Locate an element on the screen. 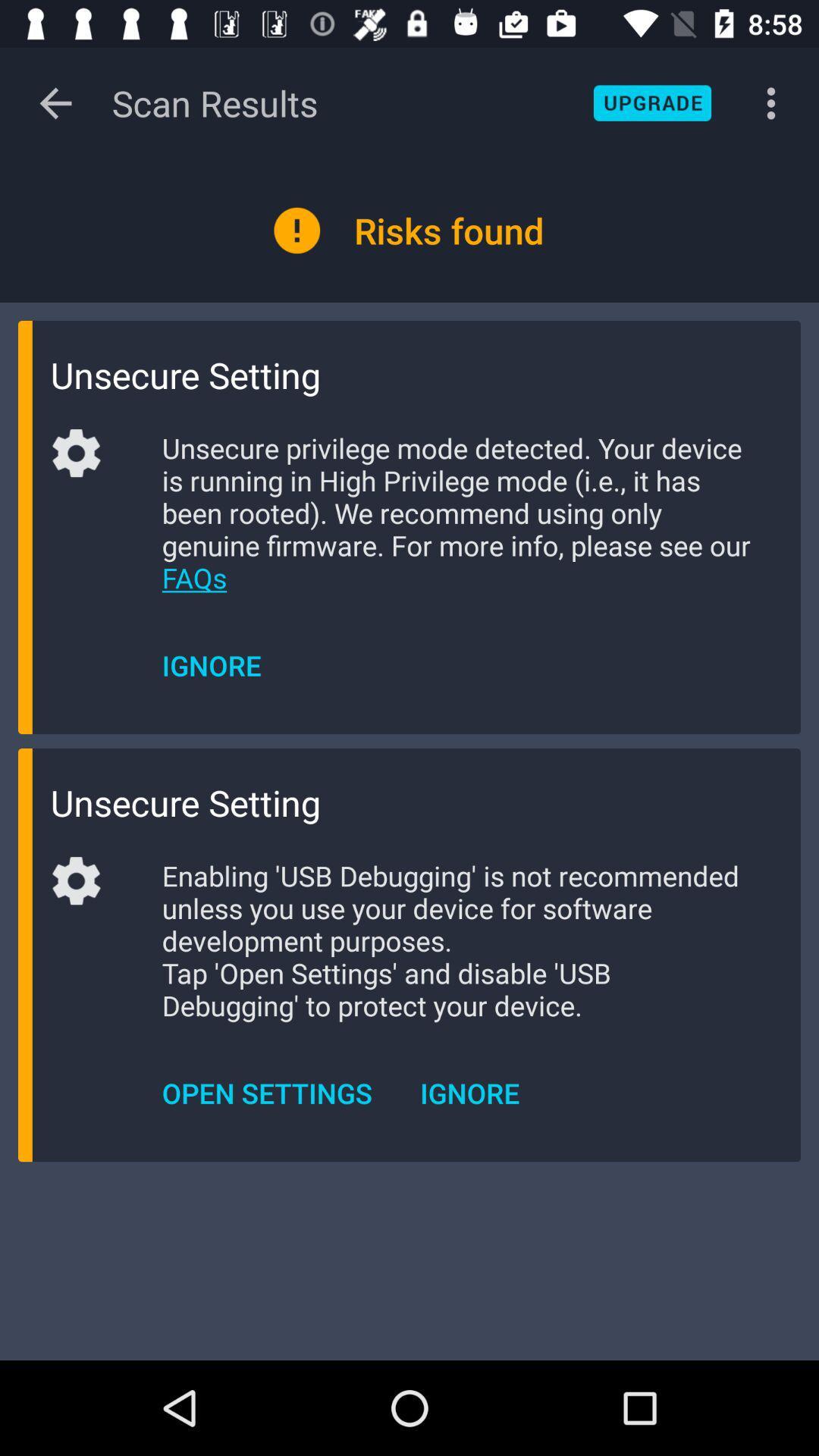  go back is located at coordinates (55, 102).